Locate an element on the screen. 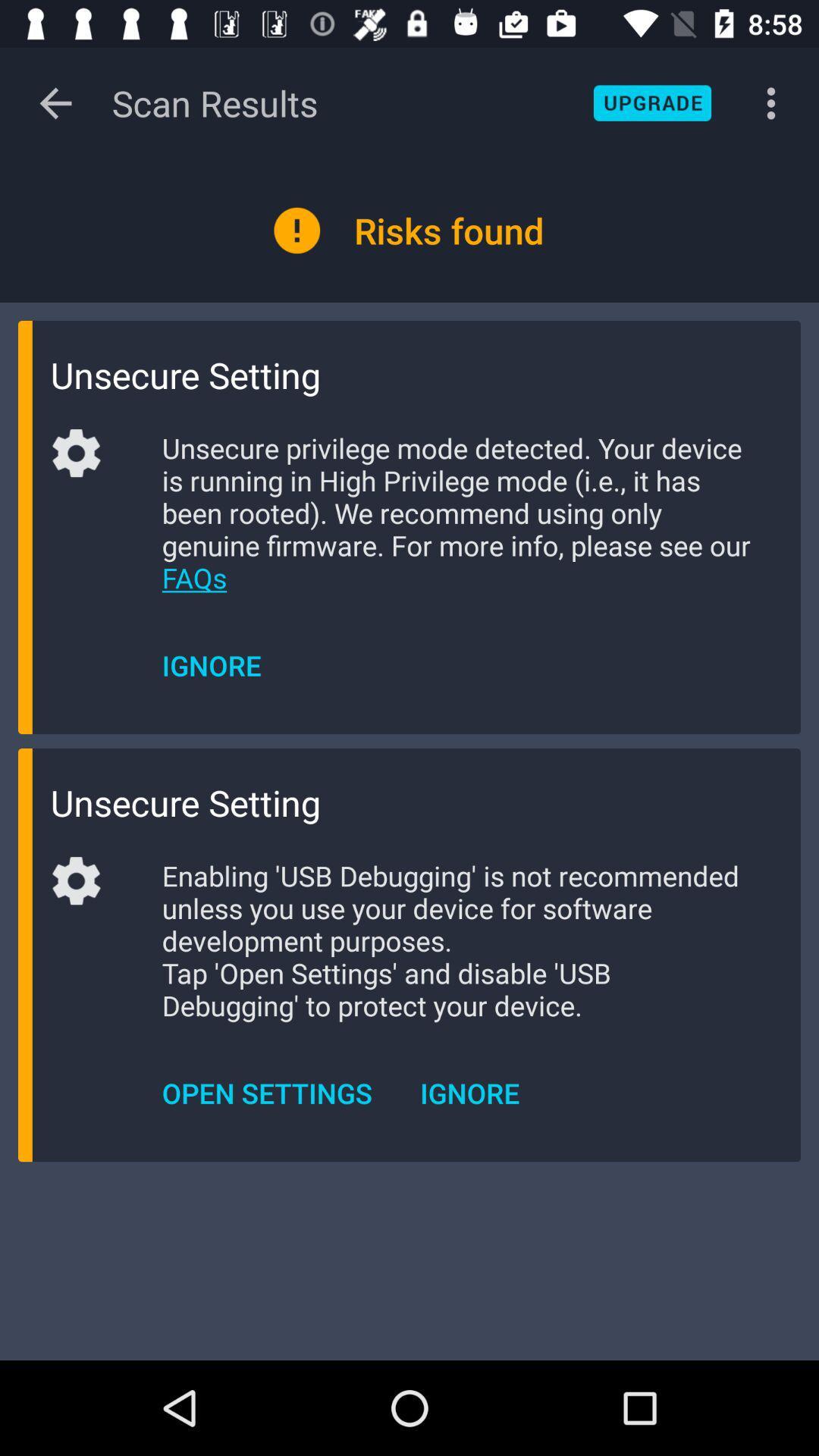  go back is located at coordinates (55, 102).